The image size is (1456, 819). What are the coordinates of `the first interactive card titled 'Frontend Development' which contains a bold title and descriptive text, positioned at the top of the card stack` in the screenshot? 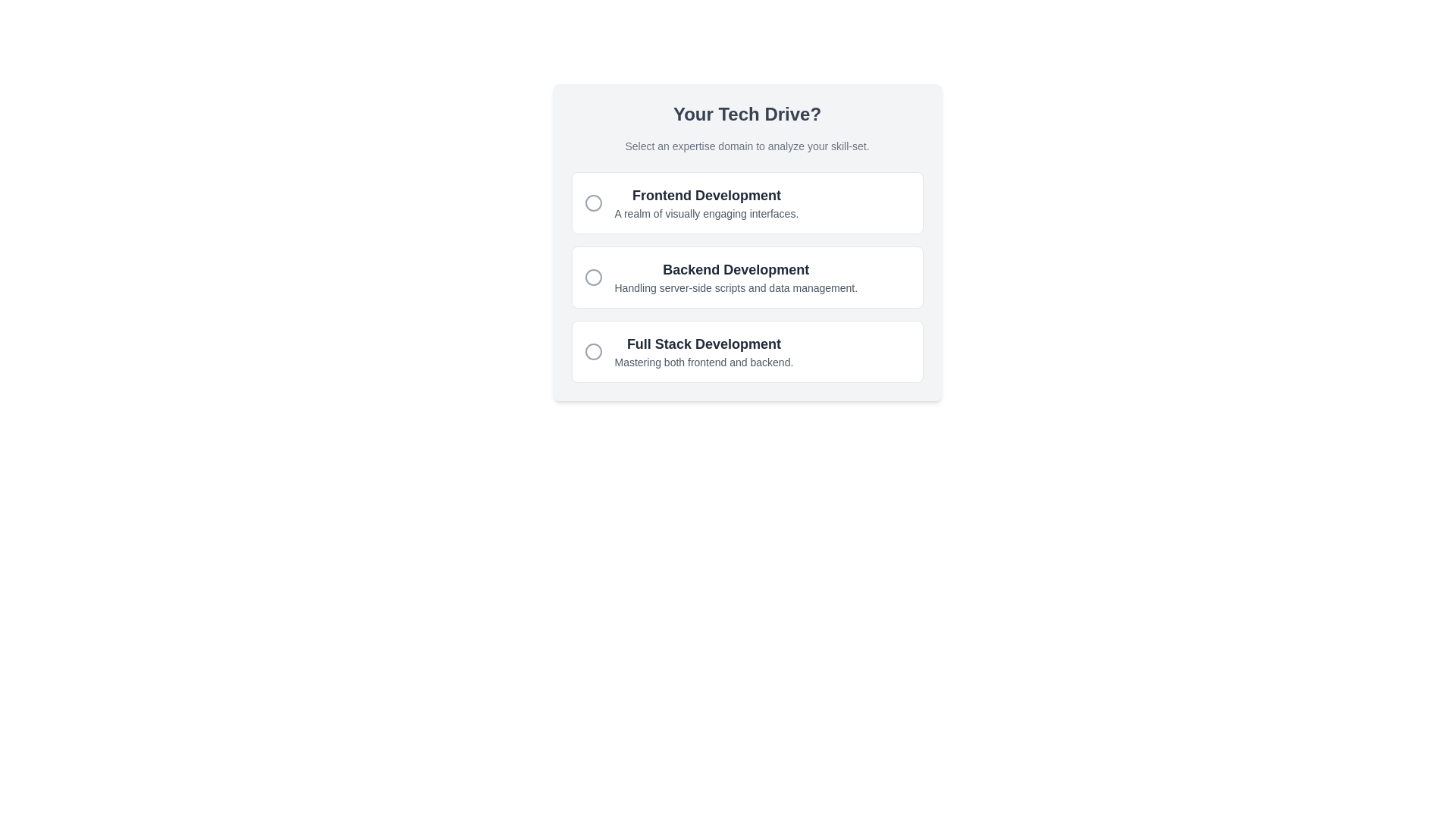 It's located at (747, 202).